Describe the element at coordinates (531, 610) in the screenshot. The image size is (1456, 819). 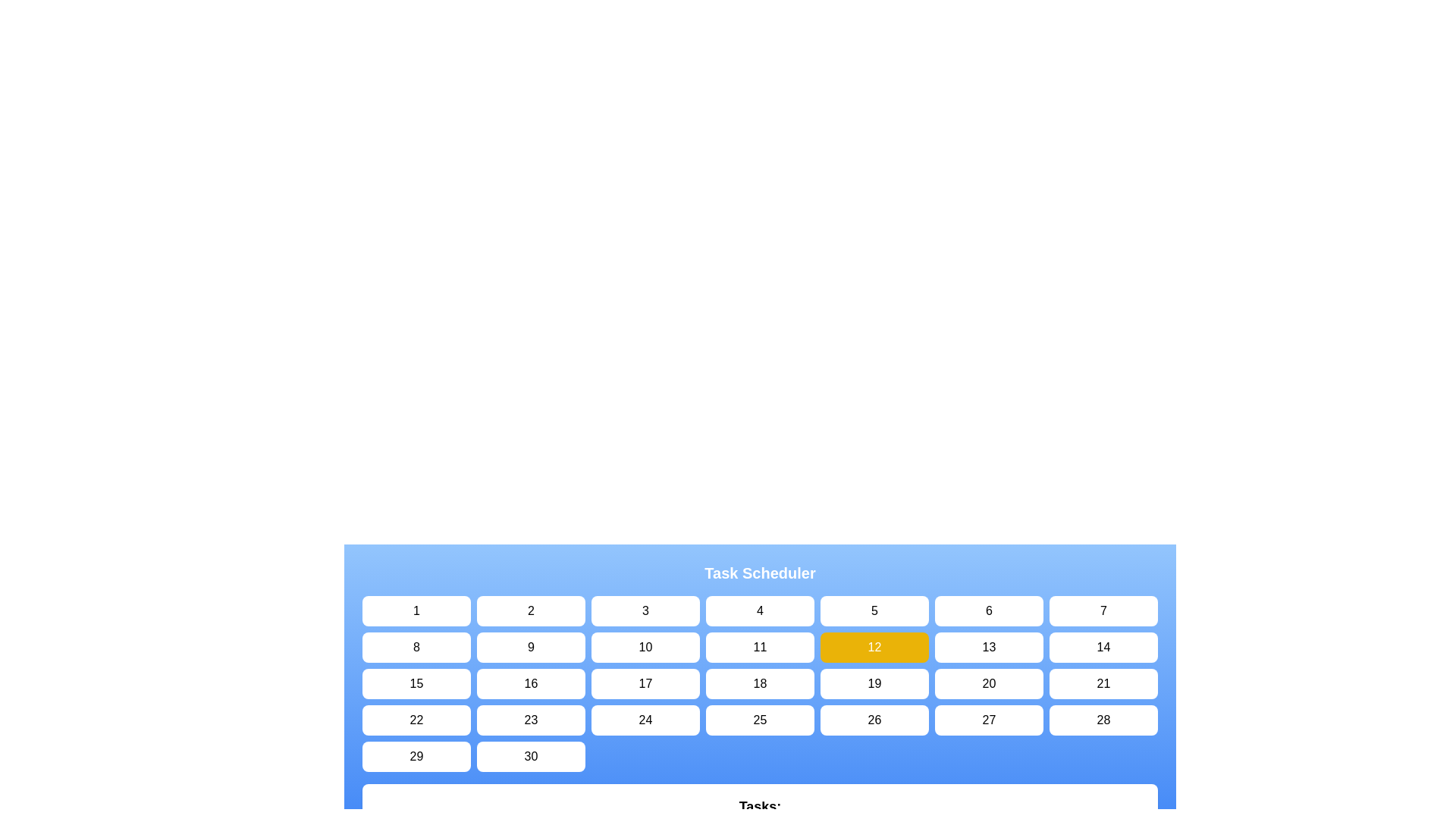
I see `the white rectangular button with rounded corners and a black number '2' centered within it` at that location.